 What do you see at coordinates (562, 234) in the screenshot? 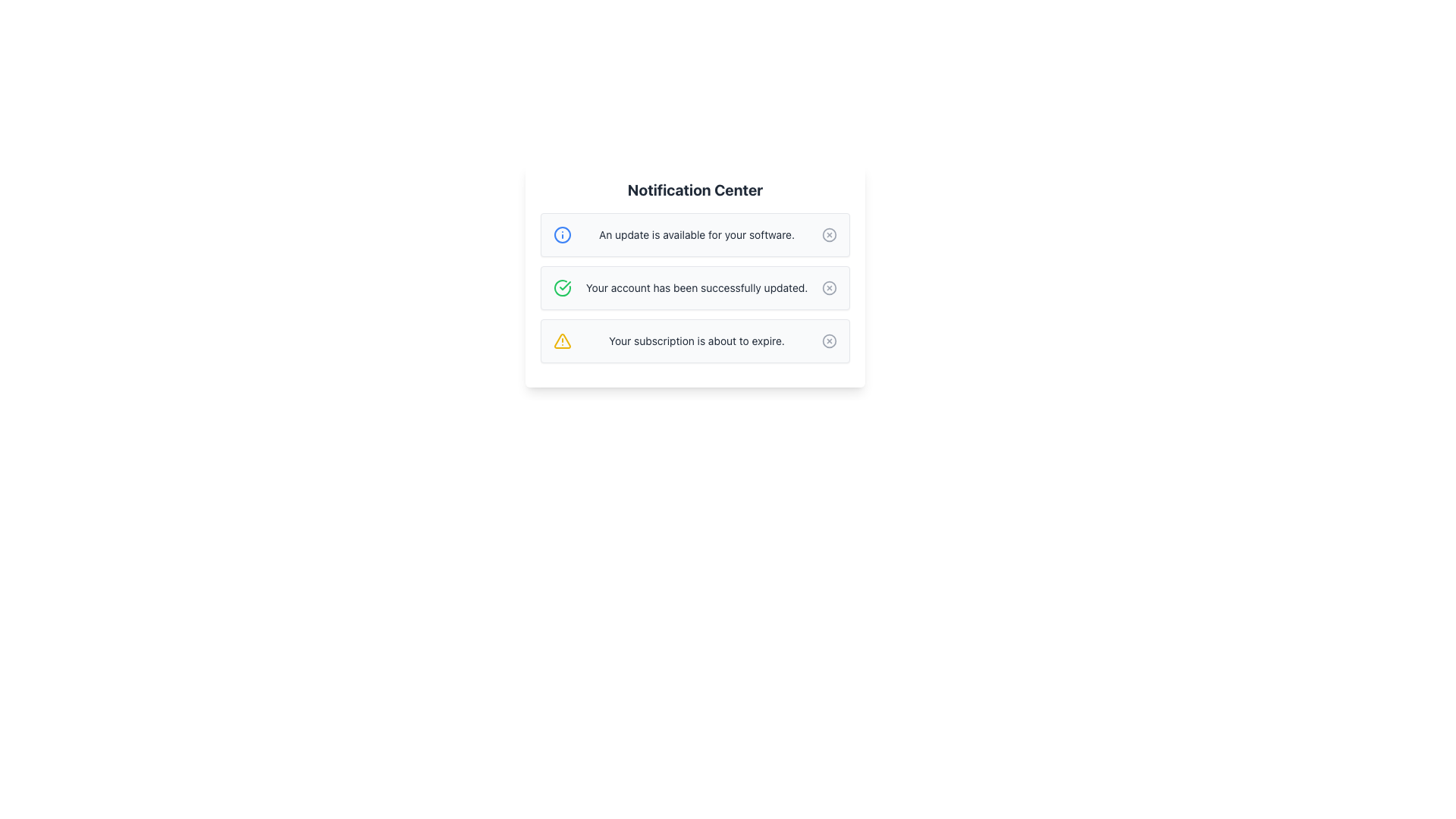
I see `the Circle SVG element representing the first notification, indicating an update is available for your software` at bounding box center [562, 234].